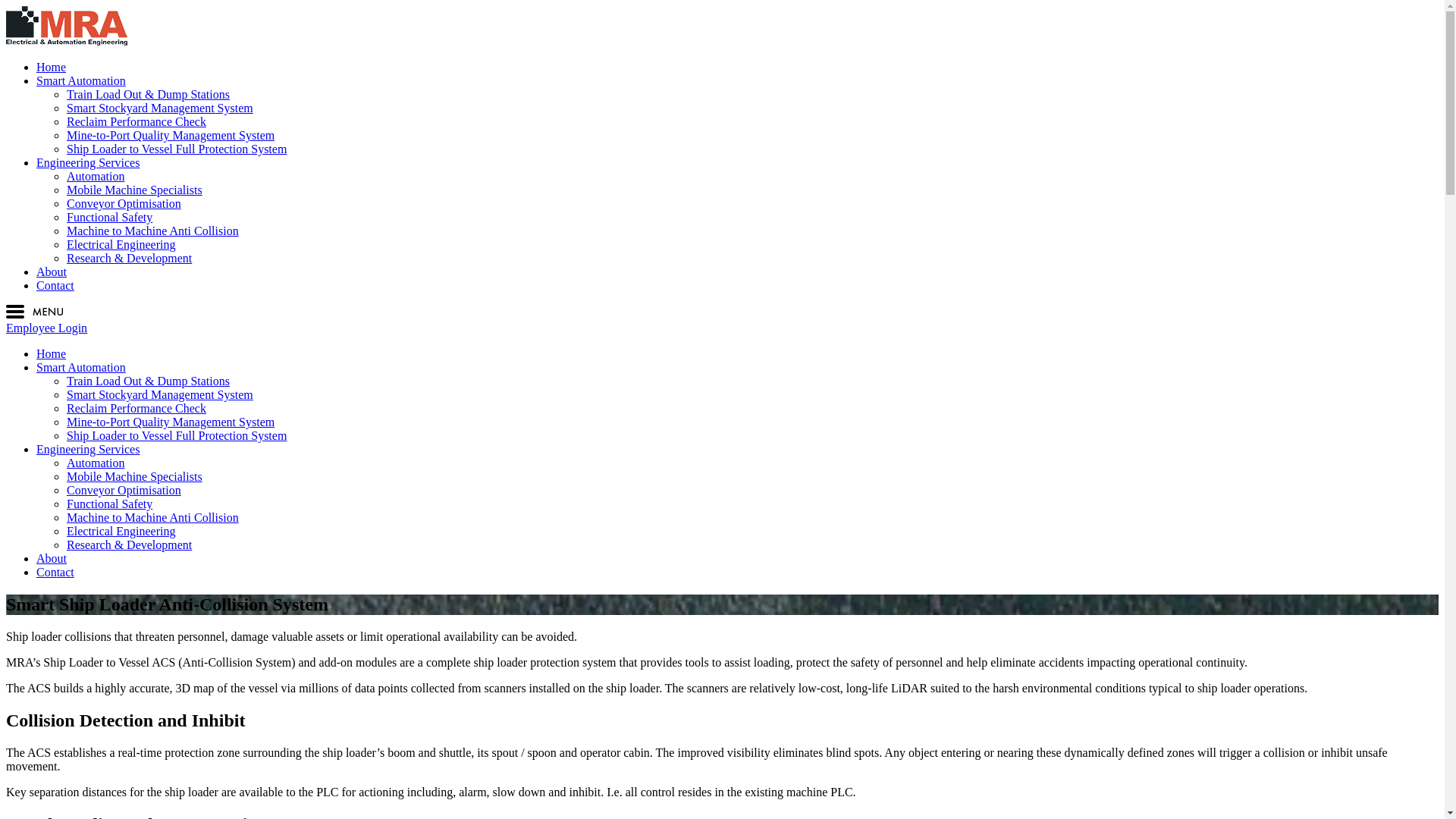  What do you see at coordinates (46, 327) in the screenshot?
I see `'Employee Login'` at bounding box center [46, 327].